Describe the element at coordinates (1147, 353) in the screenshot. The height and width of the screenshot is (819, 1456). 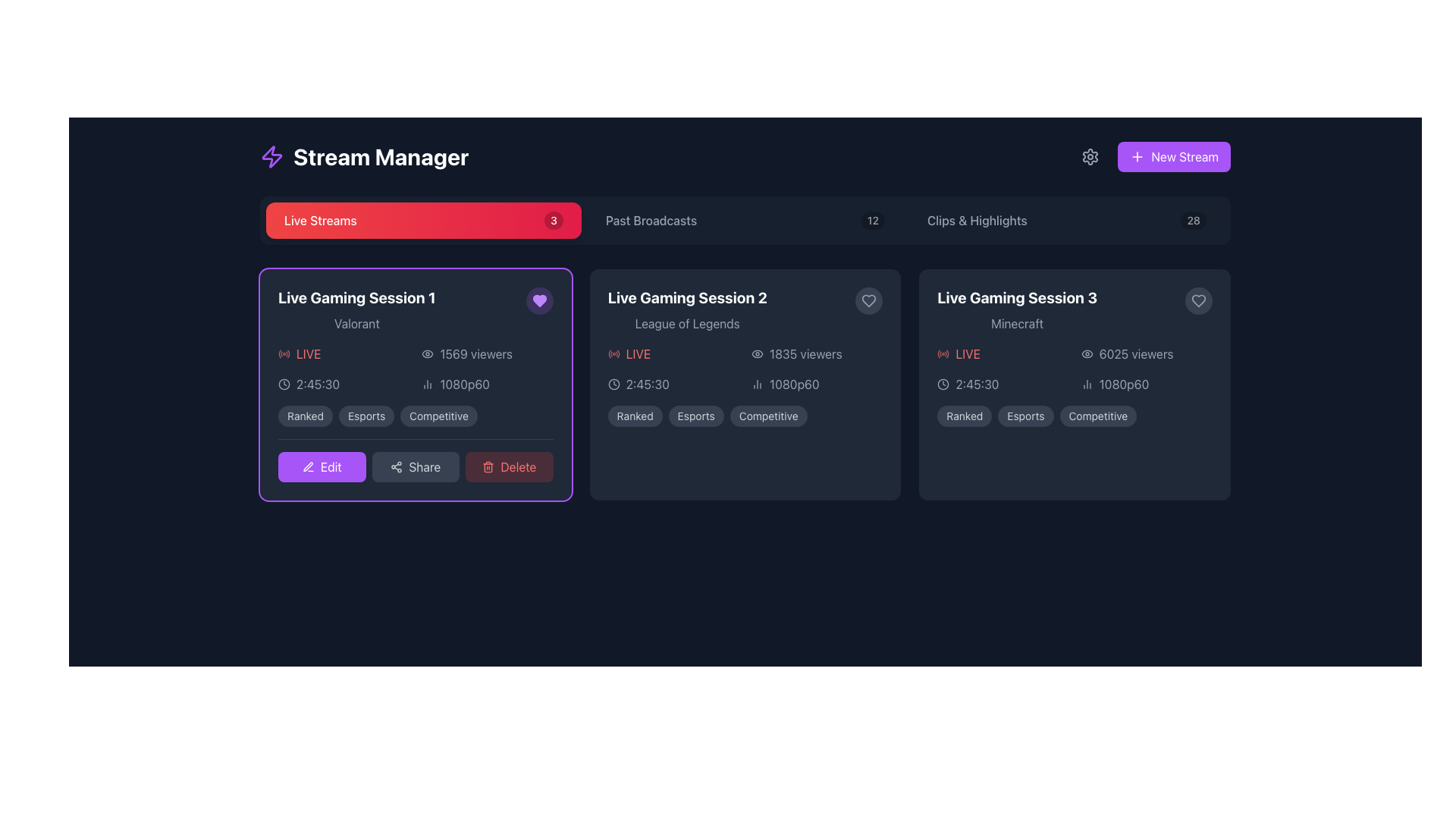
I see `viewer count text next to the decorative icon in the third card of live streaming sessions labeled 'Minecraft'` at that location.